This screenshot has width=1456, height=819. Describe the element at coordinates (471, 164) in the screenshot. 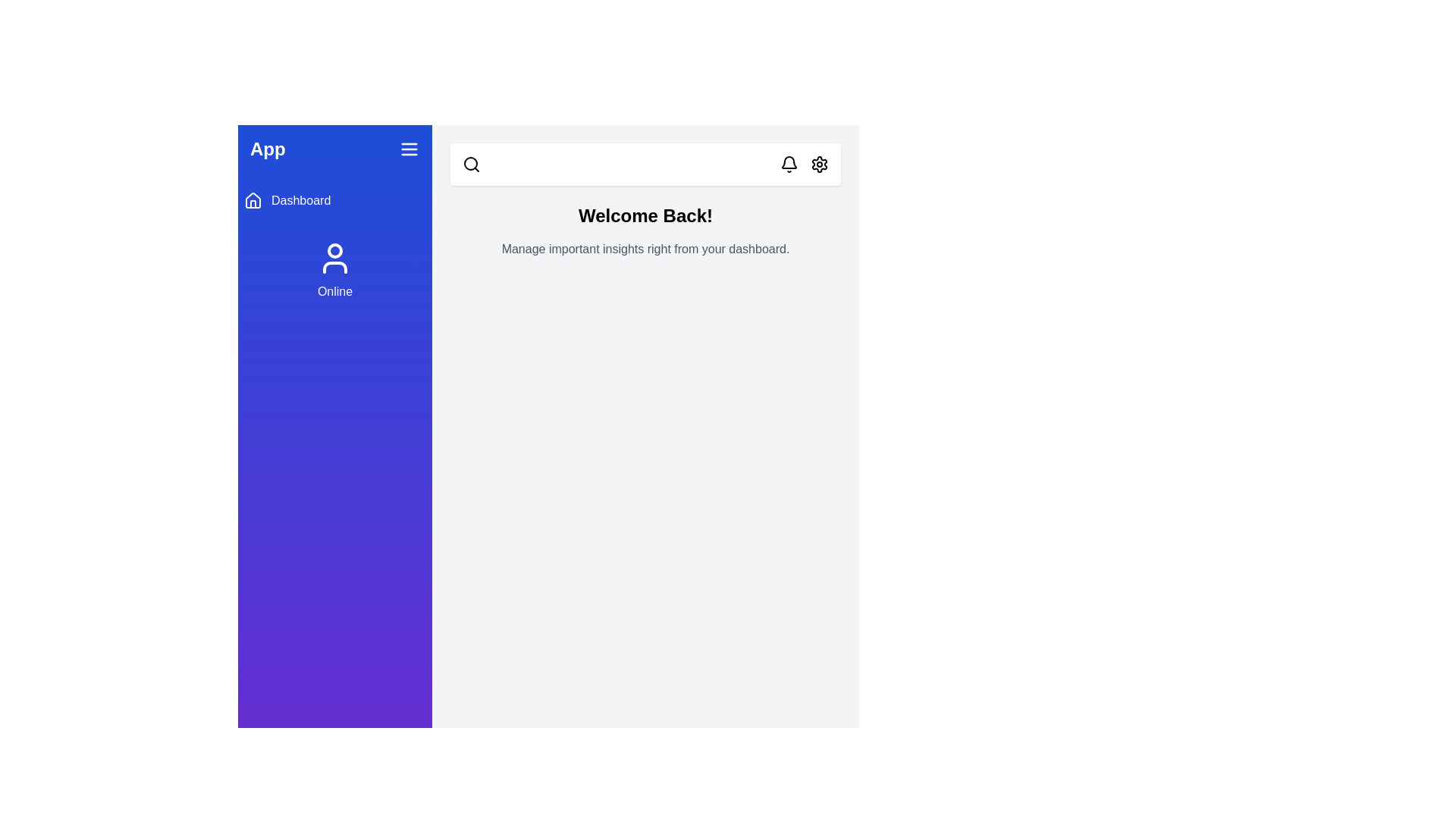

I see `the search icon to initiate the search functionality` at that location.